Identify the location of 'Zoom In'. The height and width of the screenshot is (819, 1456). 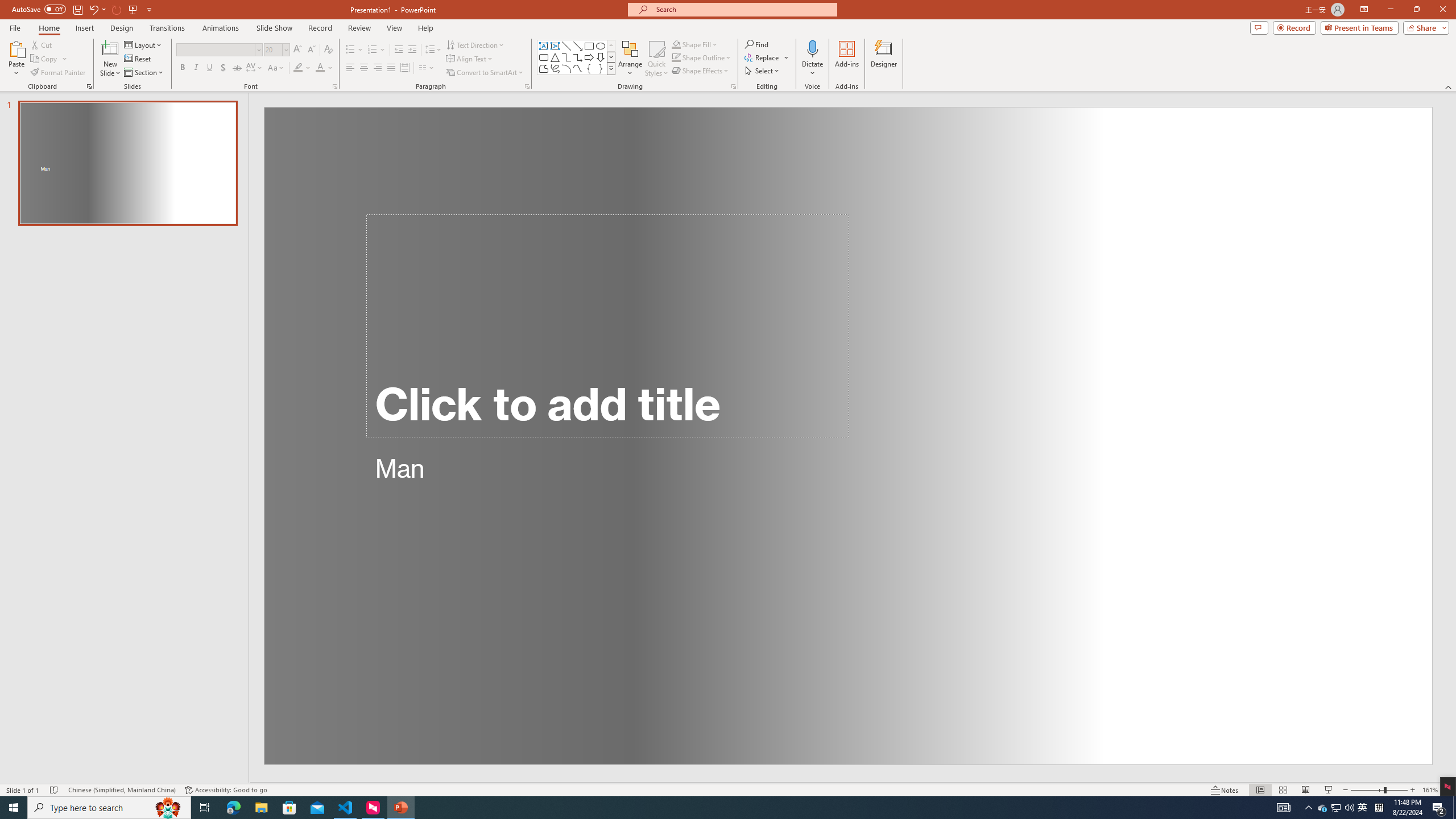
(1412, 790).